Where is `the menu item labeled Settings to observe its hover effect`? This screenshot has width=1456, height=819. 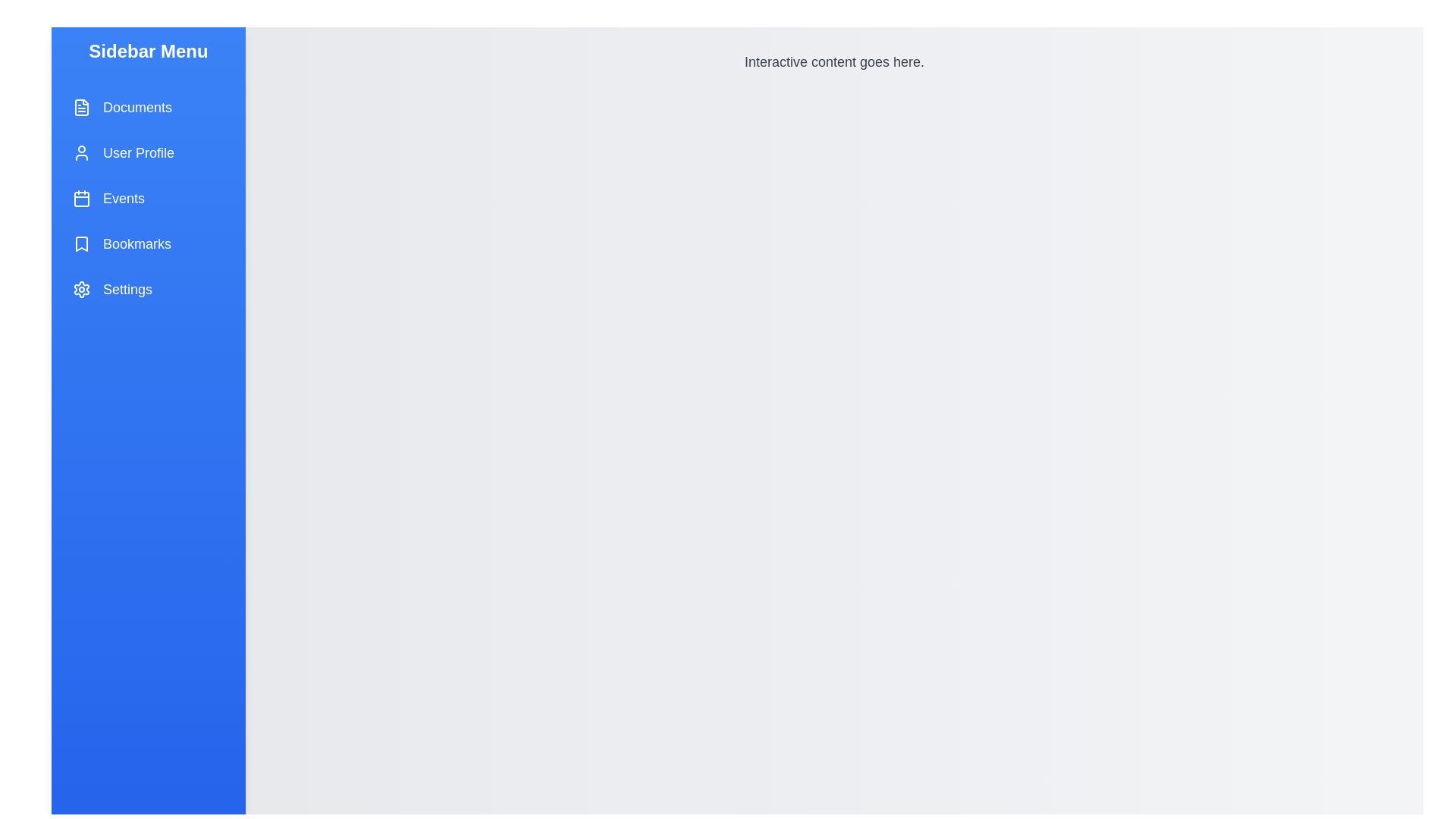
the menu item labeled Settings to observe its hover effect is located at coordinates (149, 289).